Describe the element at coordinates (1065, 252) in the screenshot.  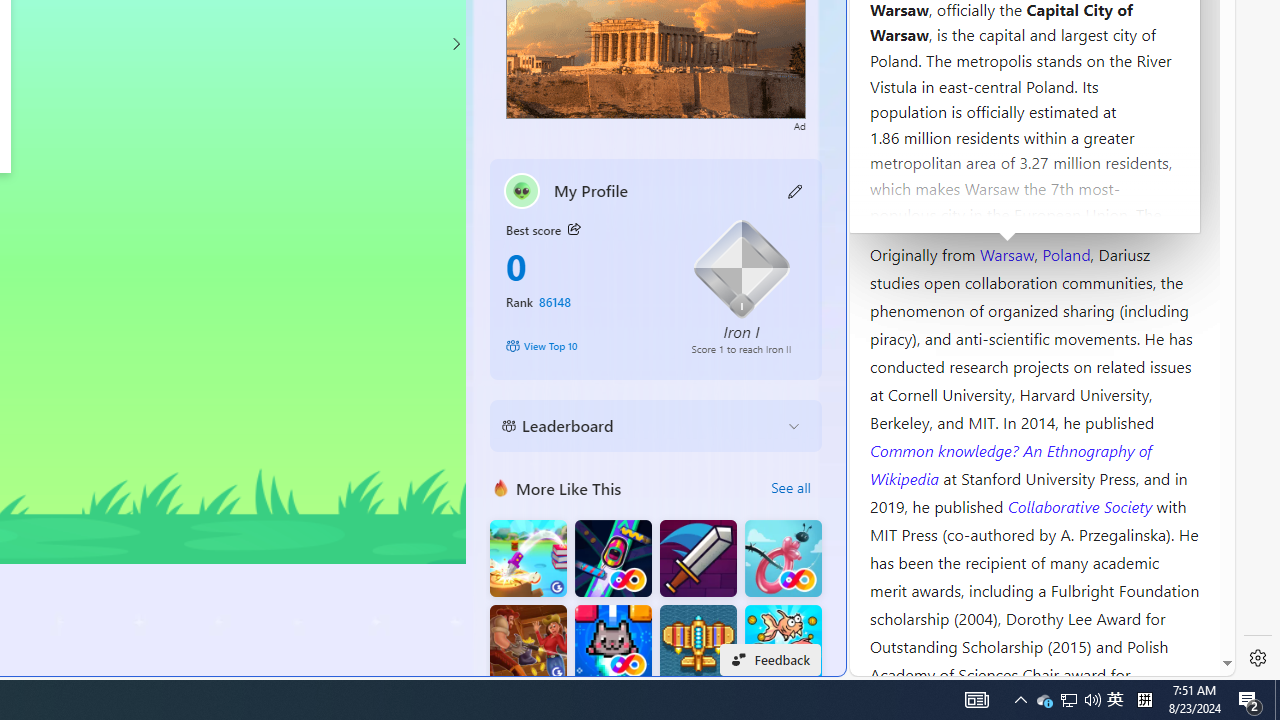
I see `'Poland'` at that location.